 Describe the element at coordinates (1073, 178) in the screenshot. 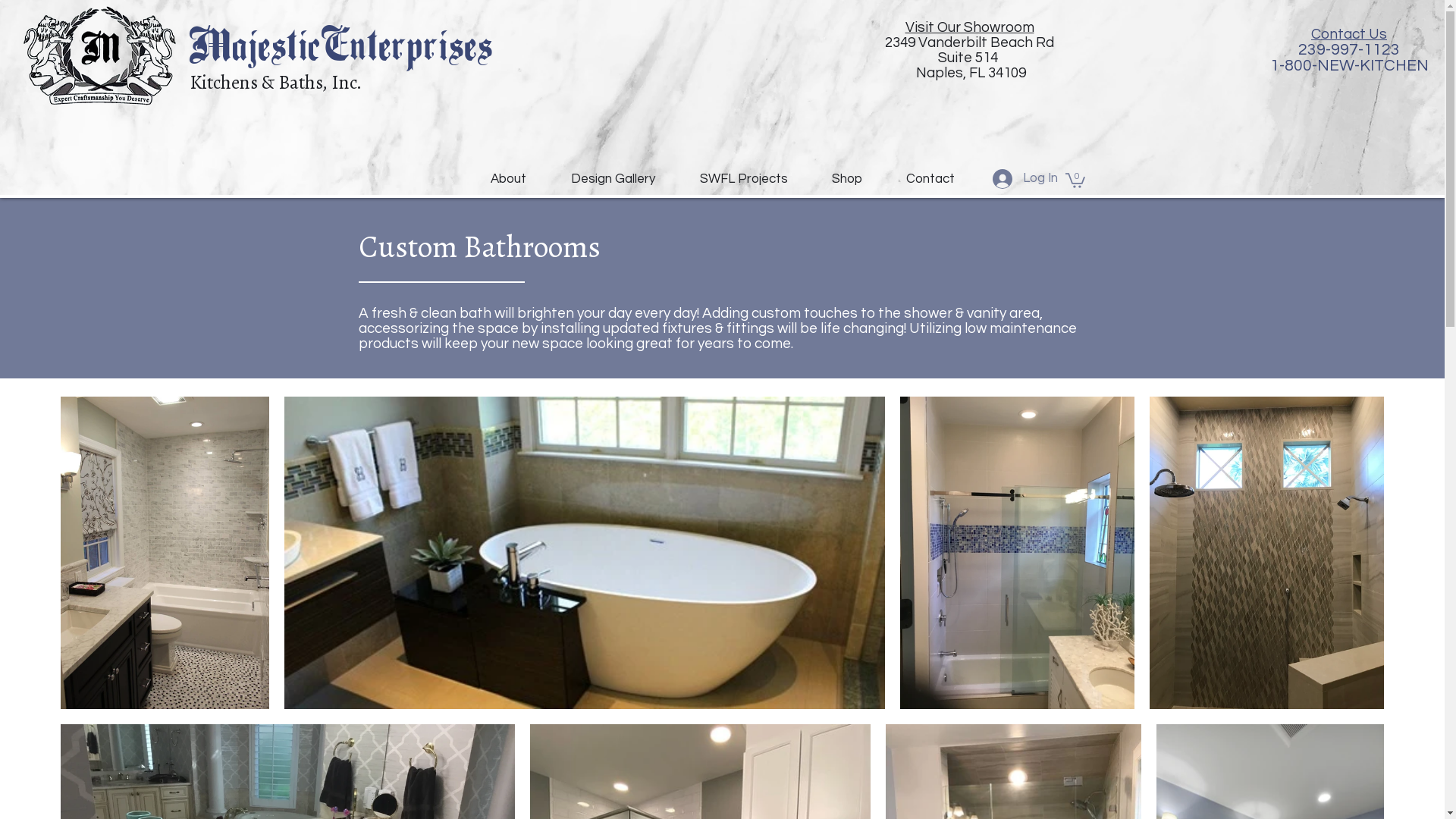

I see `'0'` at that location.